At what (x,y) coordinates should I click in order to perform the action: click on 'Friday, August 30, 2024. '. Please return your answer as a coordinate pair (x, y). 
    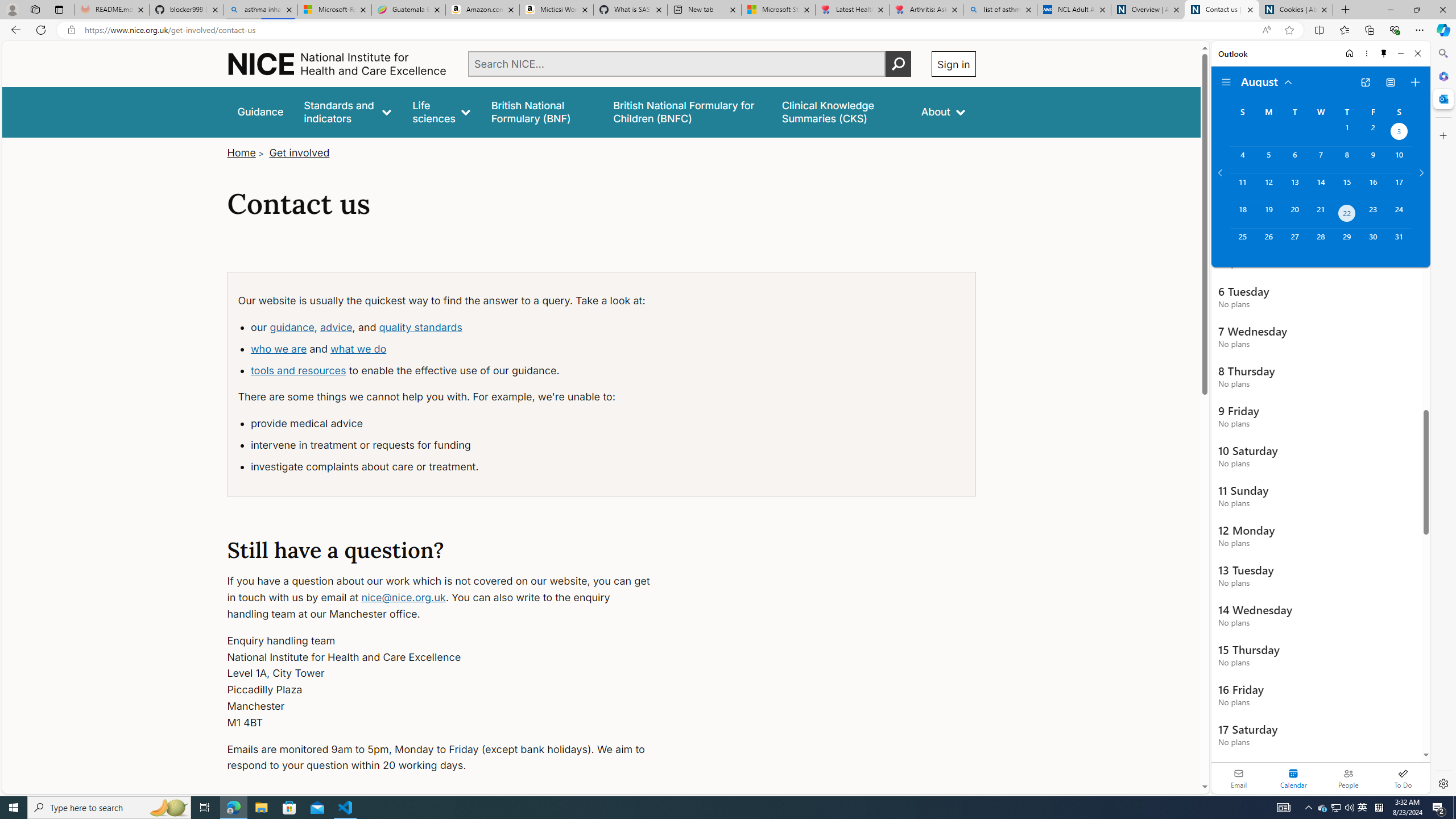
    Looking at the image, I should click on (1372, 242).